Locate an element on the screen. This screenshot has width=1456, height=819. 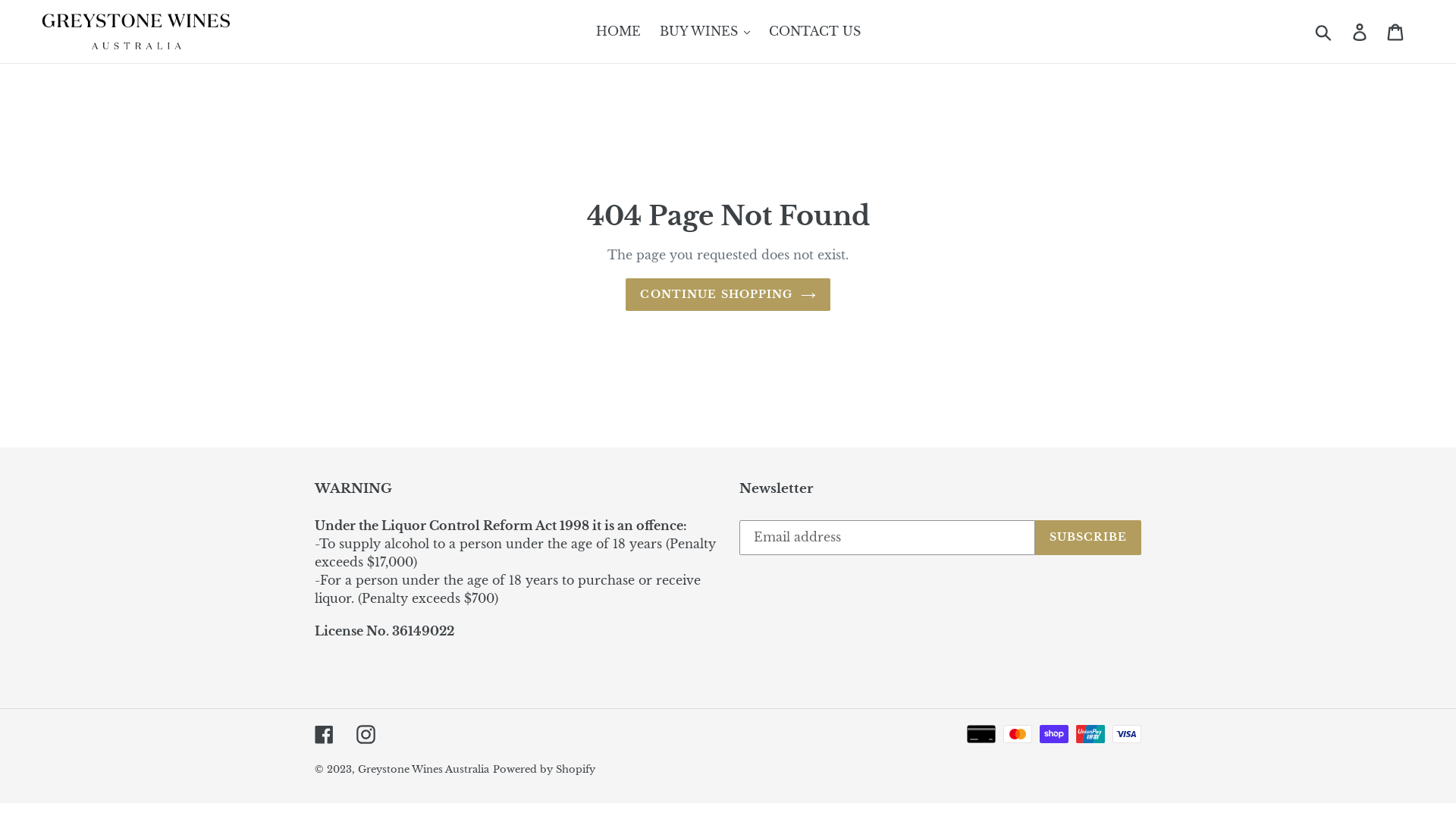
'CONTACT US' is located at coordinates (814, 31).